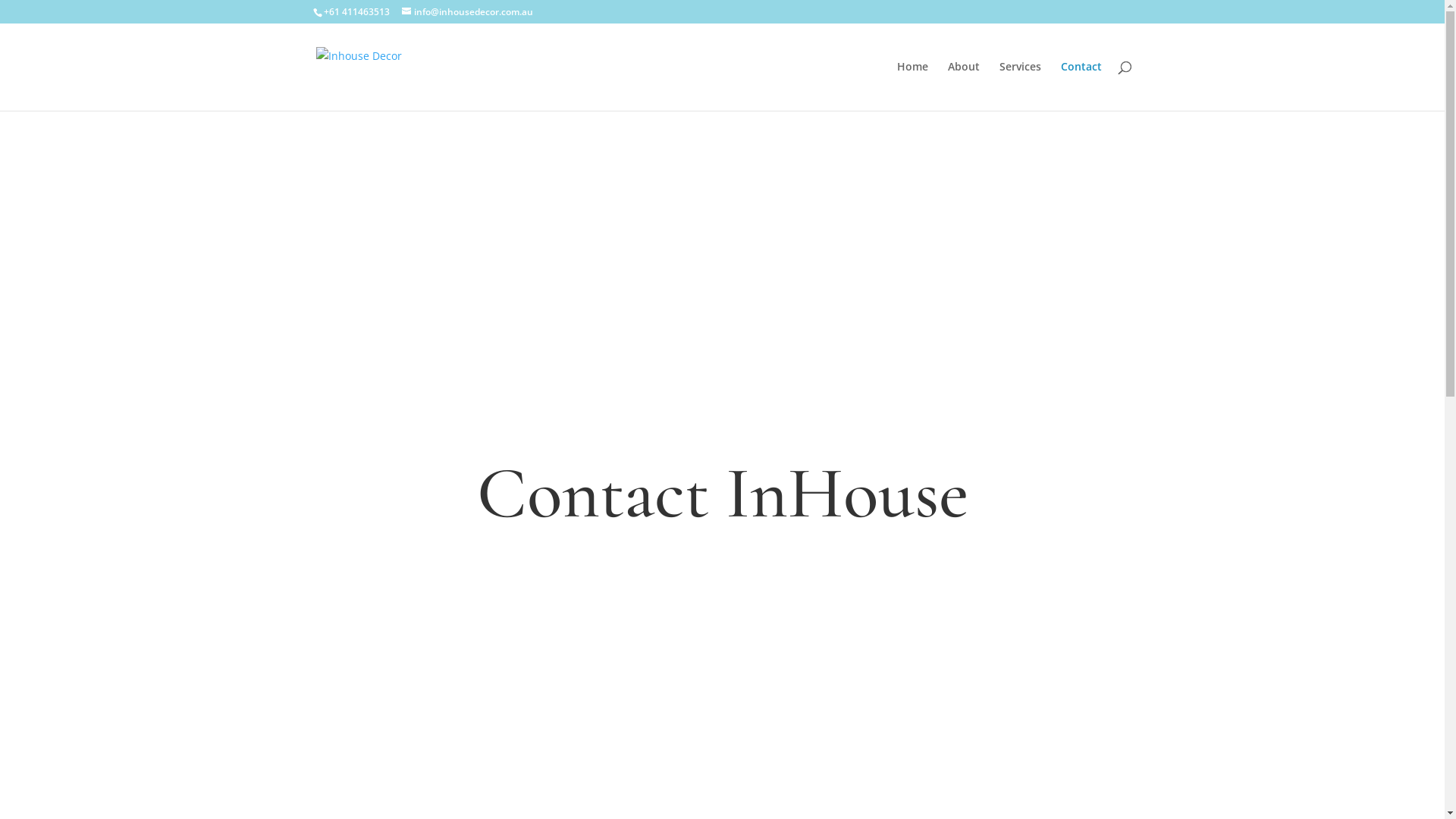 This screenshot has width=1456, height=819. I want to click on 'info@inhousedecor.com.au', so click(401, 11).